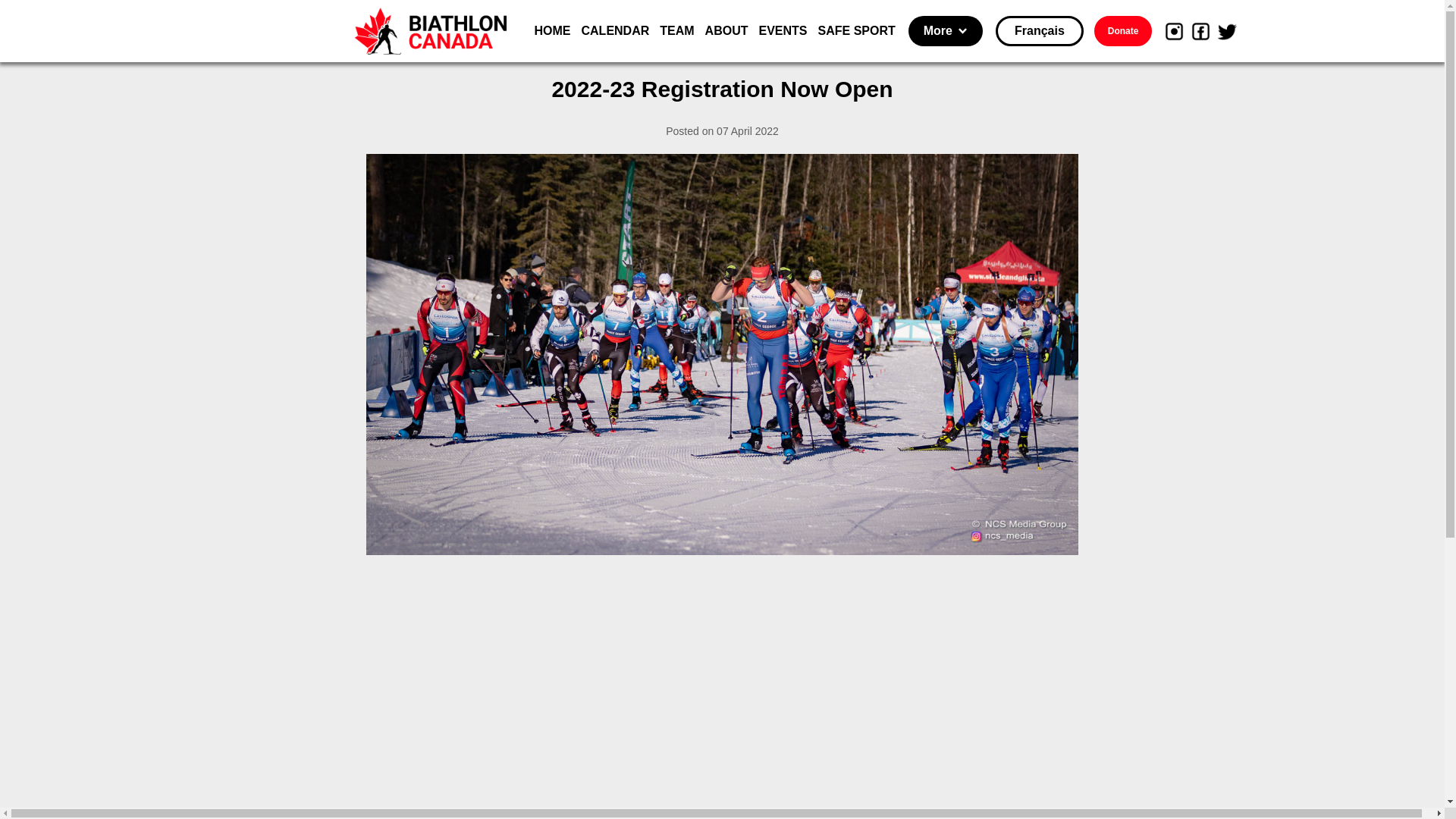  What do you see at coordinates (534, 31) in the screenshot?
I see `'HOME'` at bounding box center [534, 31].